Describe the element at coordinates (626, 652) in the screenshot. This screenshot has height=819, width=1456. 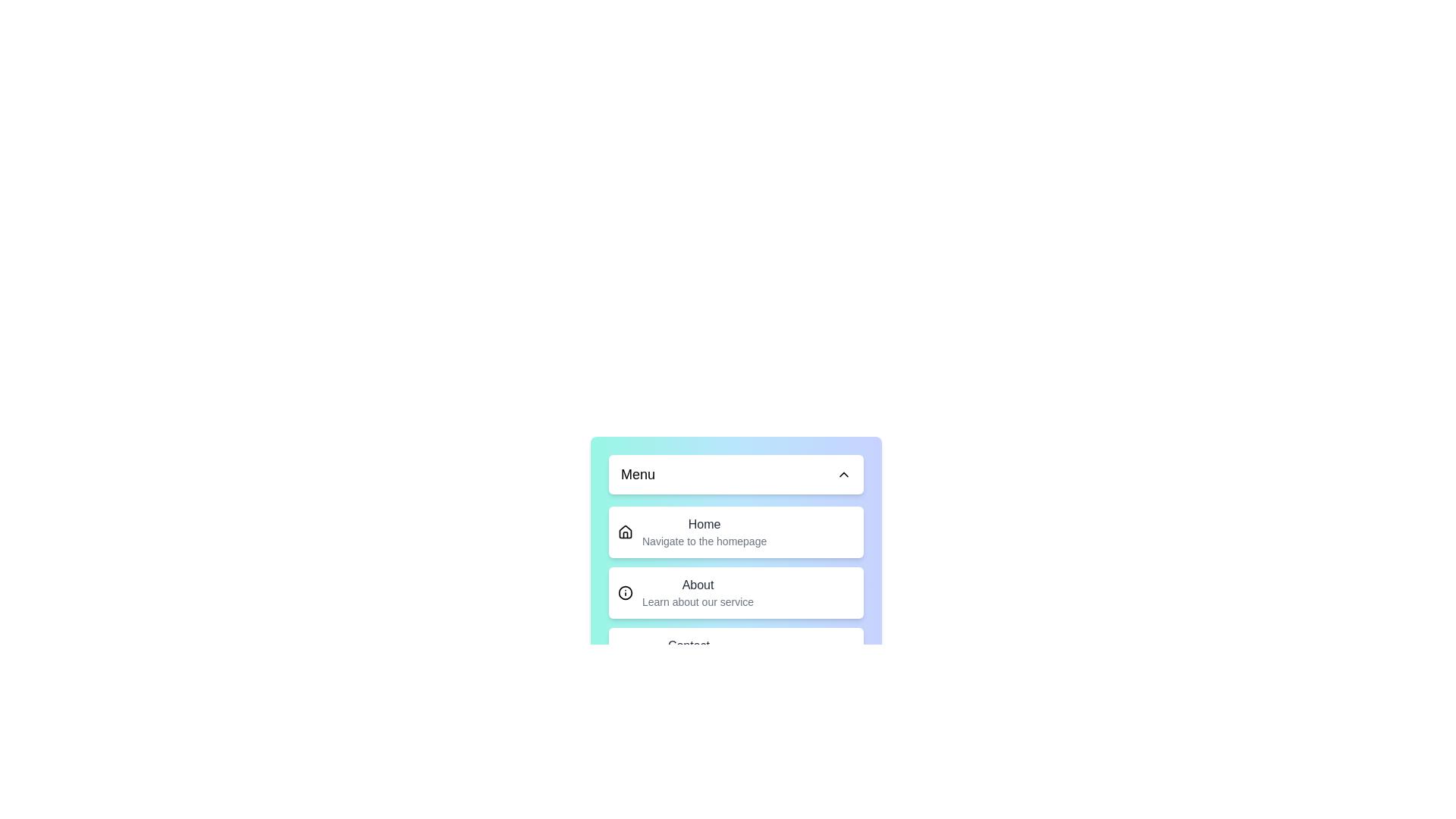
I see `the icon for Contact to inspect its feedback` at that location.